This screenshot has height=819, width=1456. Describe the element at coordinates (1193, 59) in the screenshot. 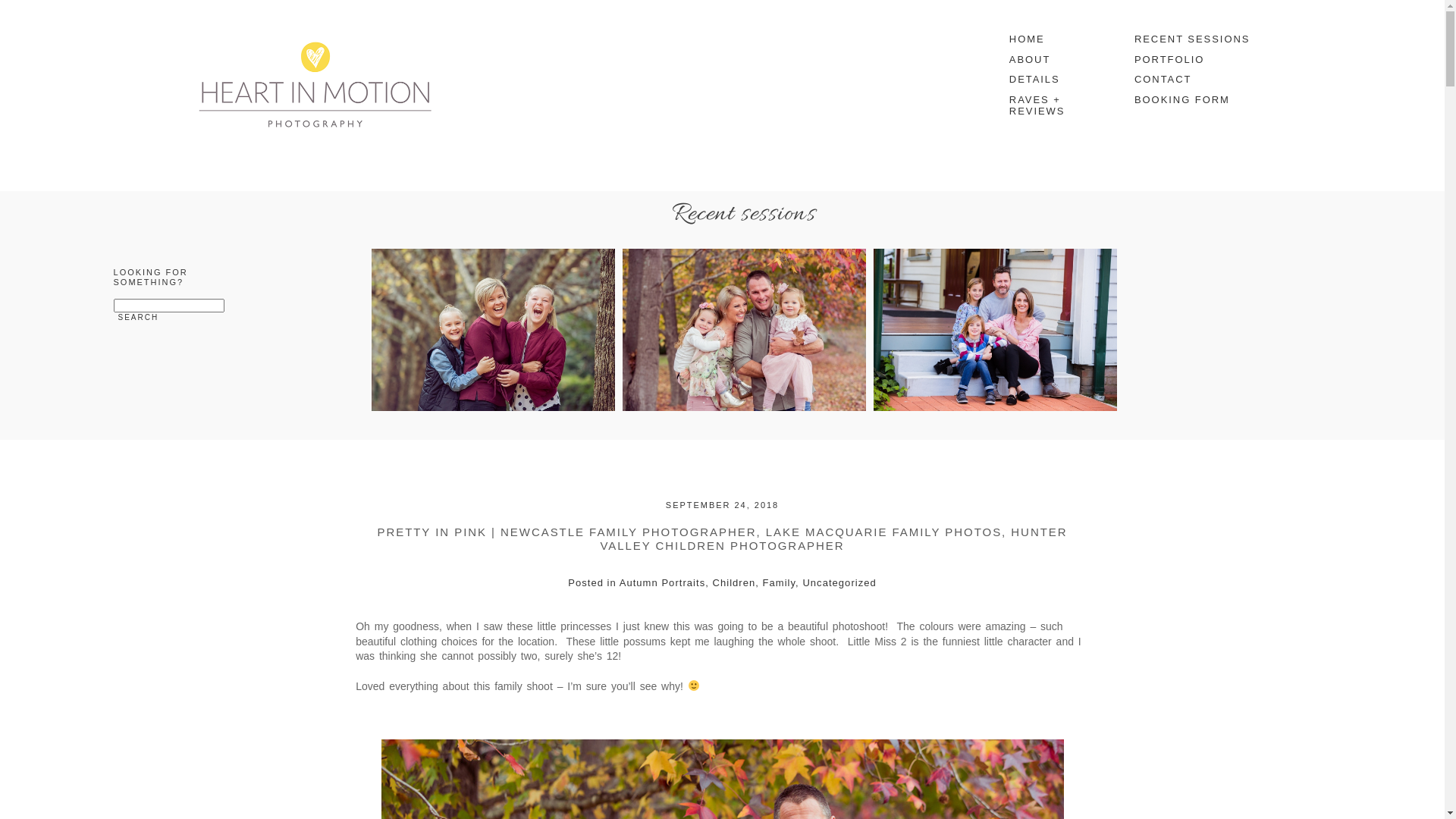

I see `'PORTFOLIO'` at that location.